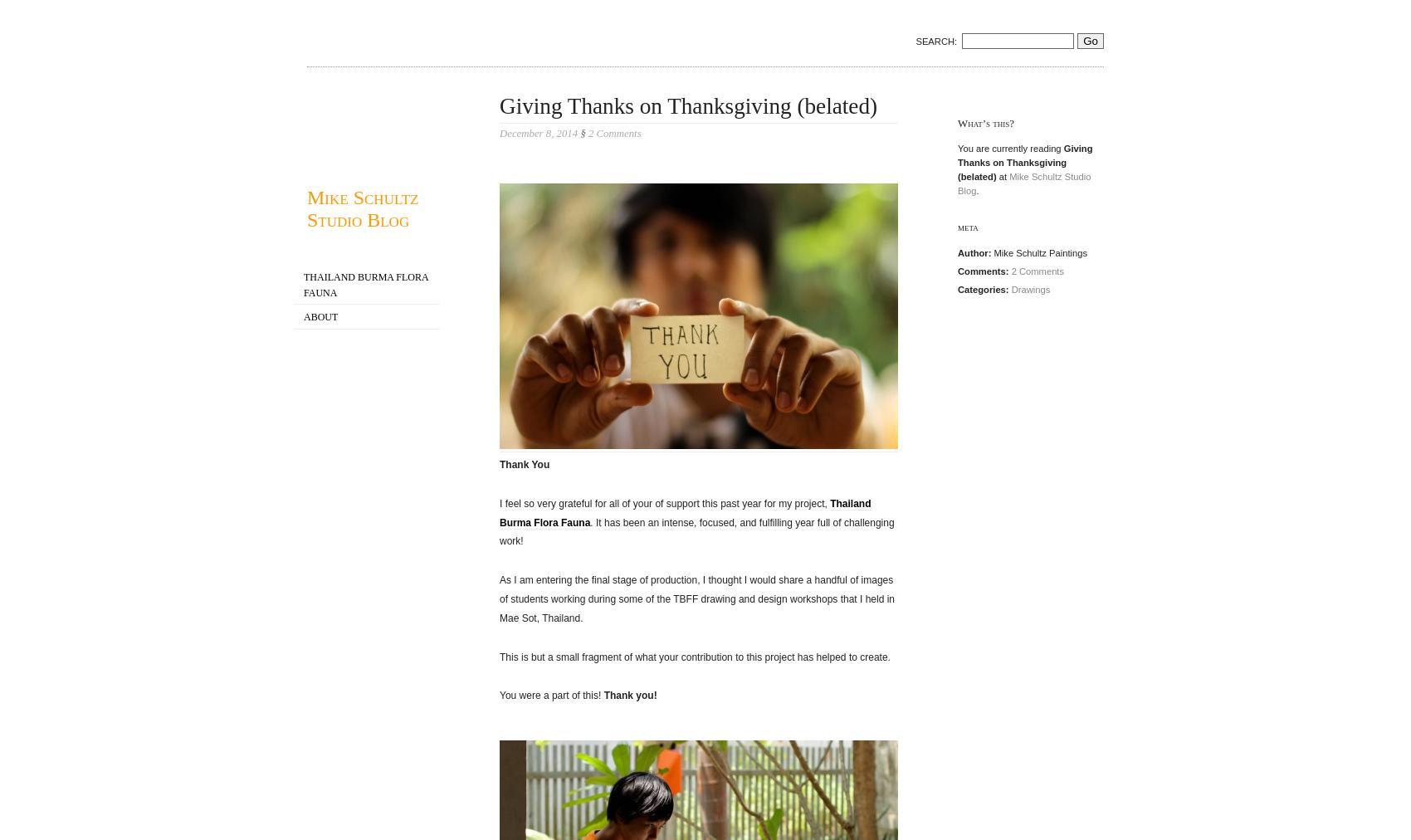 Image resolution: width=1411 pixels, height=840 pixels. I want to click on 'December 8, 2014', so click(539, 134).